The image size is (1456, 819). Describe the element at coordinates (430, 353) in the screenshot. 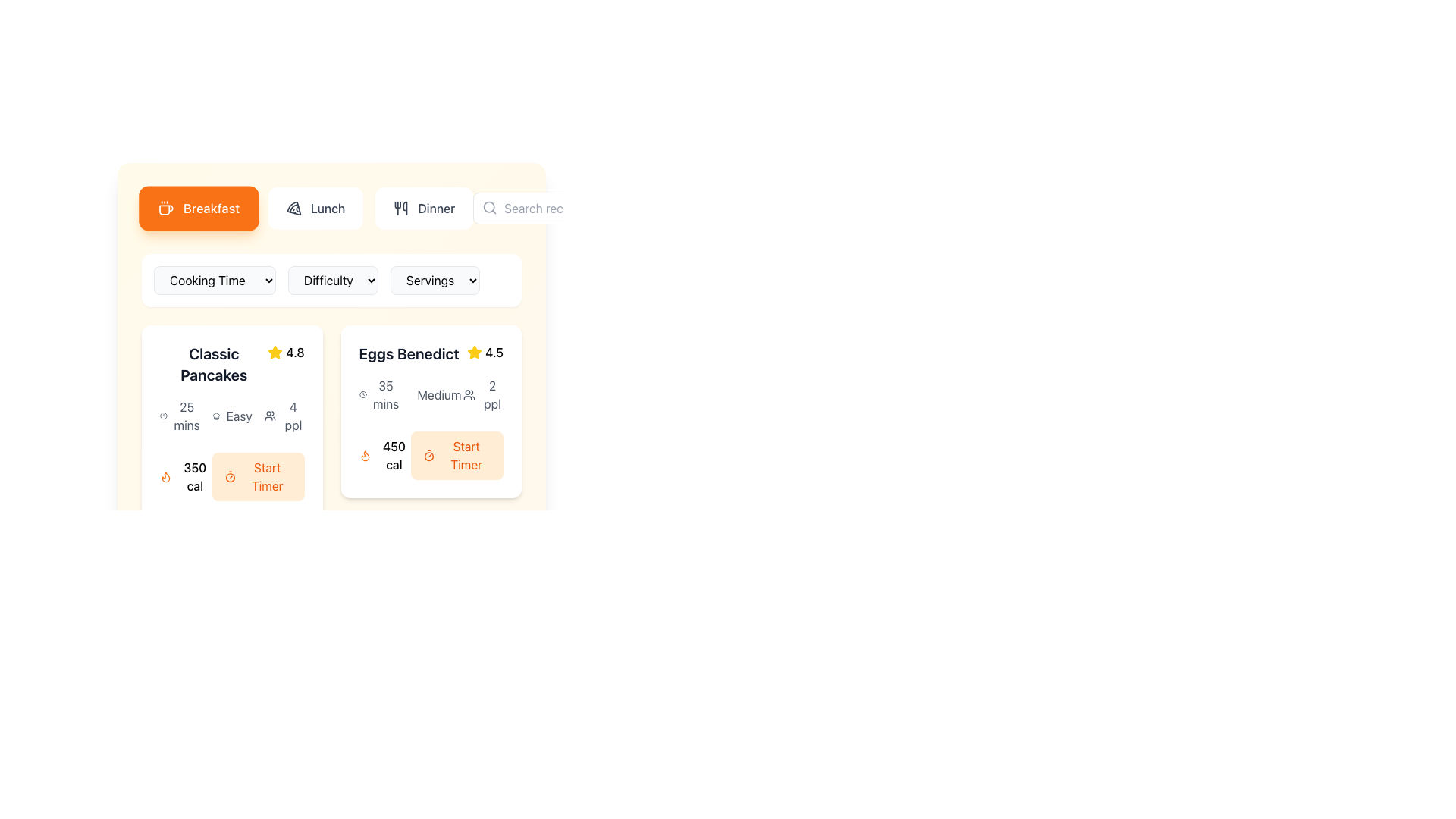

I see `the 'Eggs Benedict' title and rating indicator at the top-right corner of the recipe card to visualize the star rating` at that location.